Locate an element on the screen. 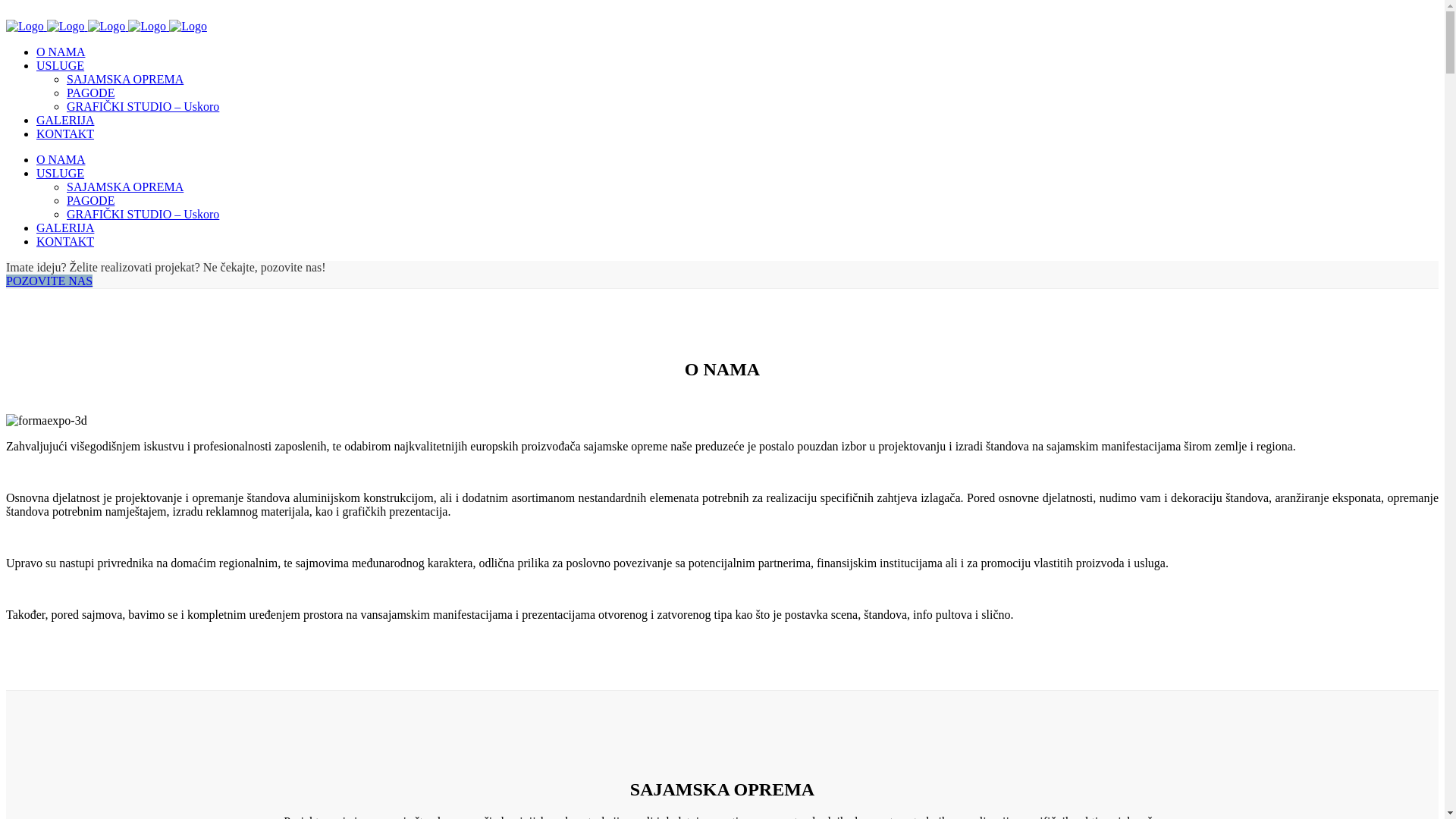 This screenshot has width=1456, height=819. 'O NAMA' is located at coordinates (36, 159).